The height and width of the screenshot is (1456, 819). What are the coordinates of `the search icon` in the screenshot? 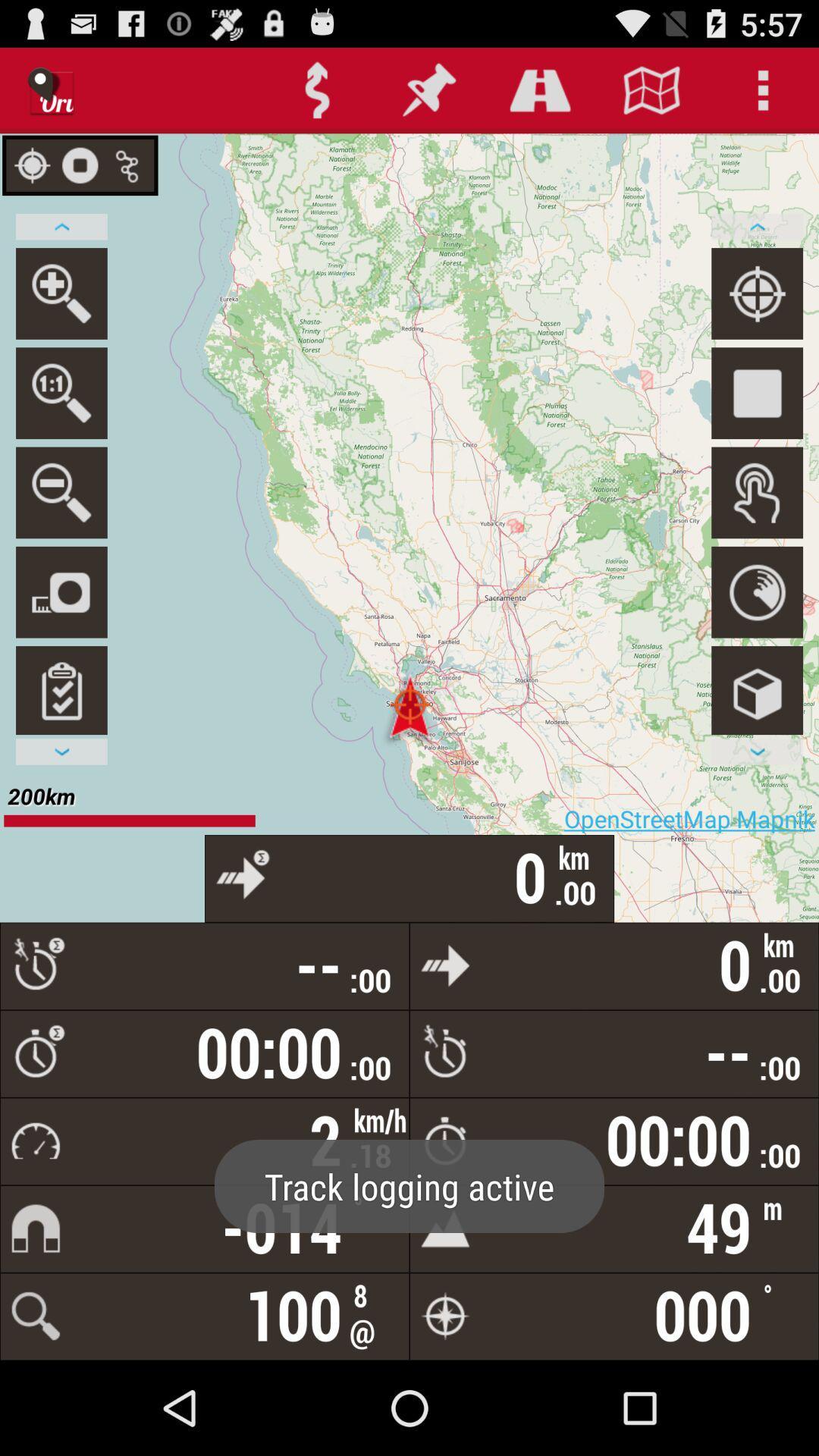 It's located at (61, 313).